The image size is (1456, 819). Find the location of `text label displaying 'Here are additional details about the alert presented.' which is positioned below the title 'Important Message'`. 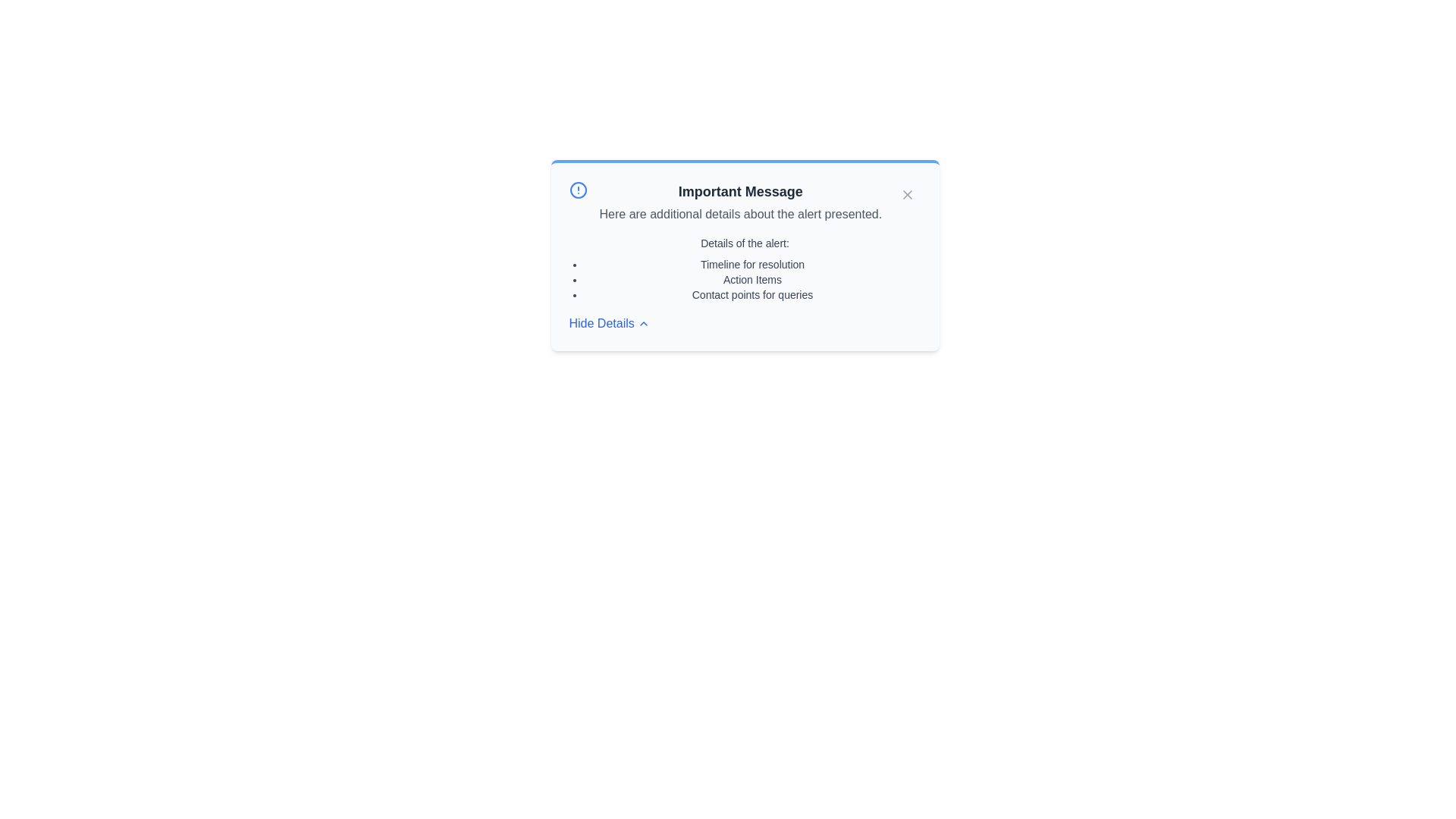

text label displaying 'Here are additional details about the alert presented.' which is positioned below the title 'Important Message' is located at coordinates (740, 214).